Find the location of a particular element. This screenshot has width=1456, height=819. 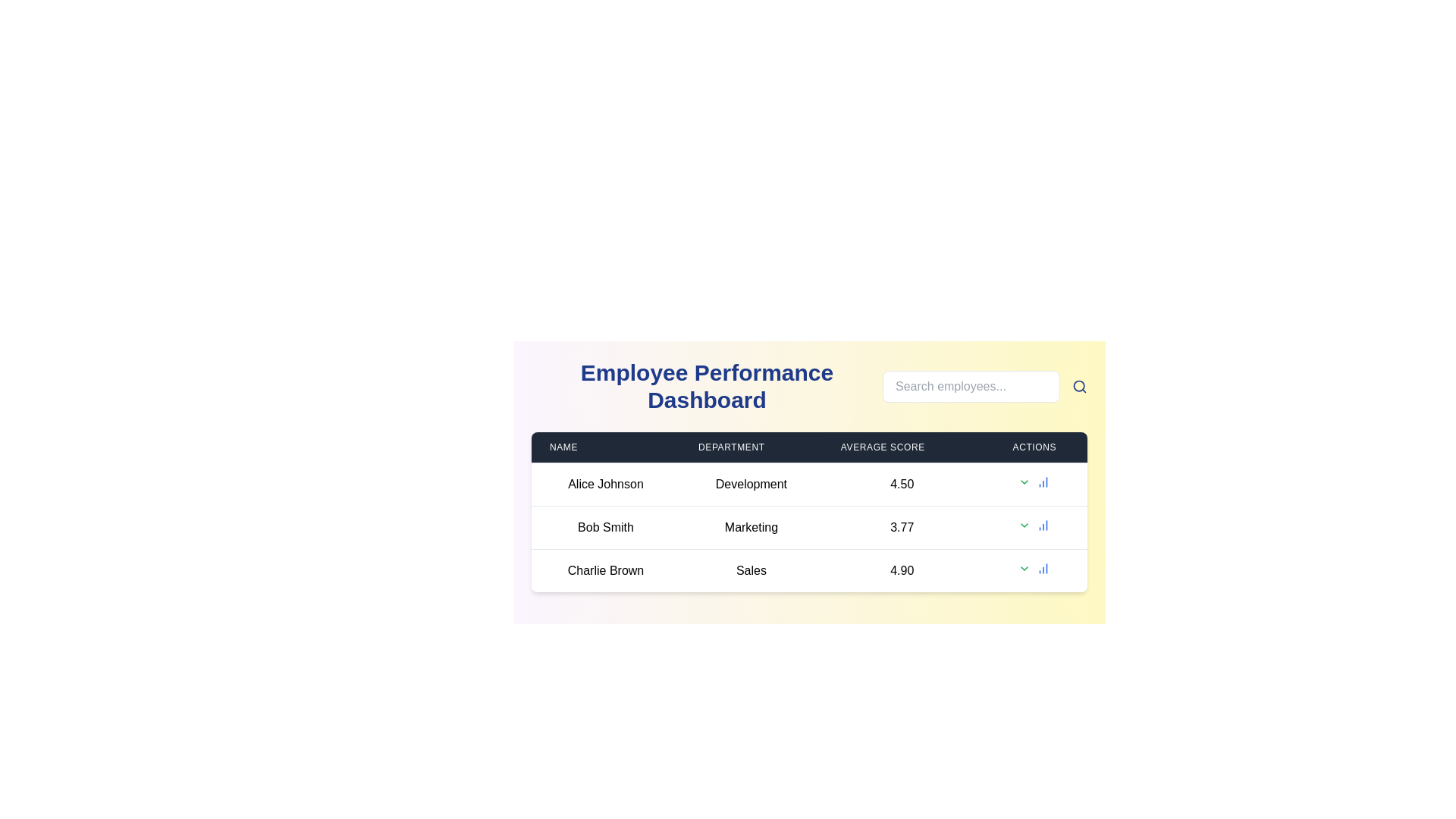

the green chevron-down icon in the second row of the table under the 'Actions' column is located at coordinates (1025, 525).